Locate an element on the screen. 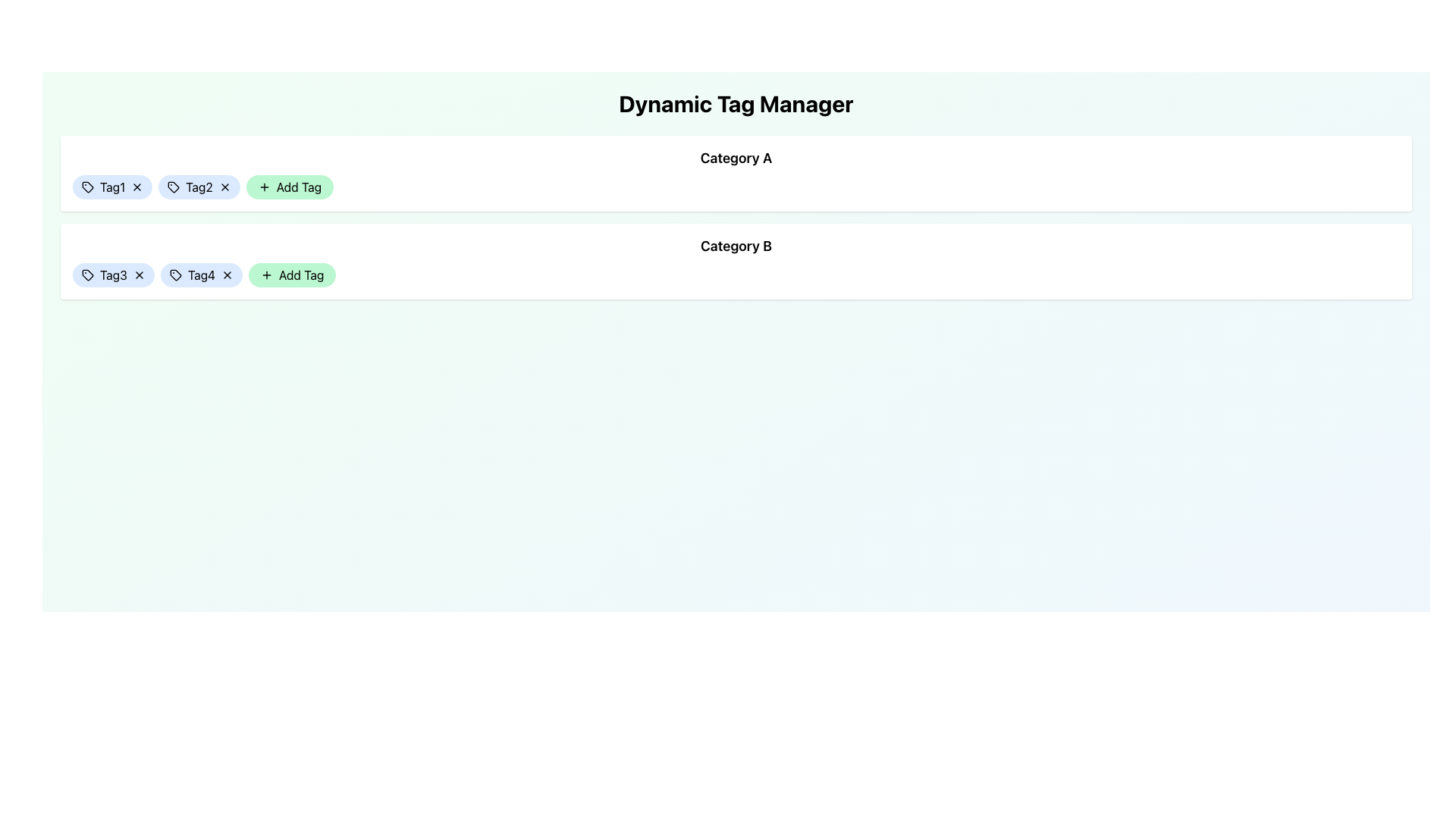 The height and width of the screenshot is (819, 1456). the displayed text of the first tag label located under the 'Category A' heading, positioned left of 'Tag2' and right of the tag icon is located at coordinates (111, 186).